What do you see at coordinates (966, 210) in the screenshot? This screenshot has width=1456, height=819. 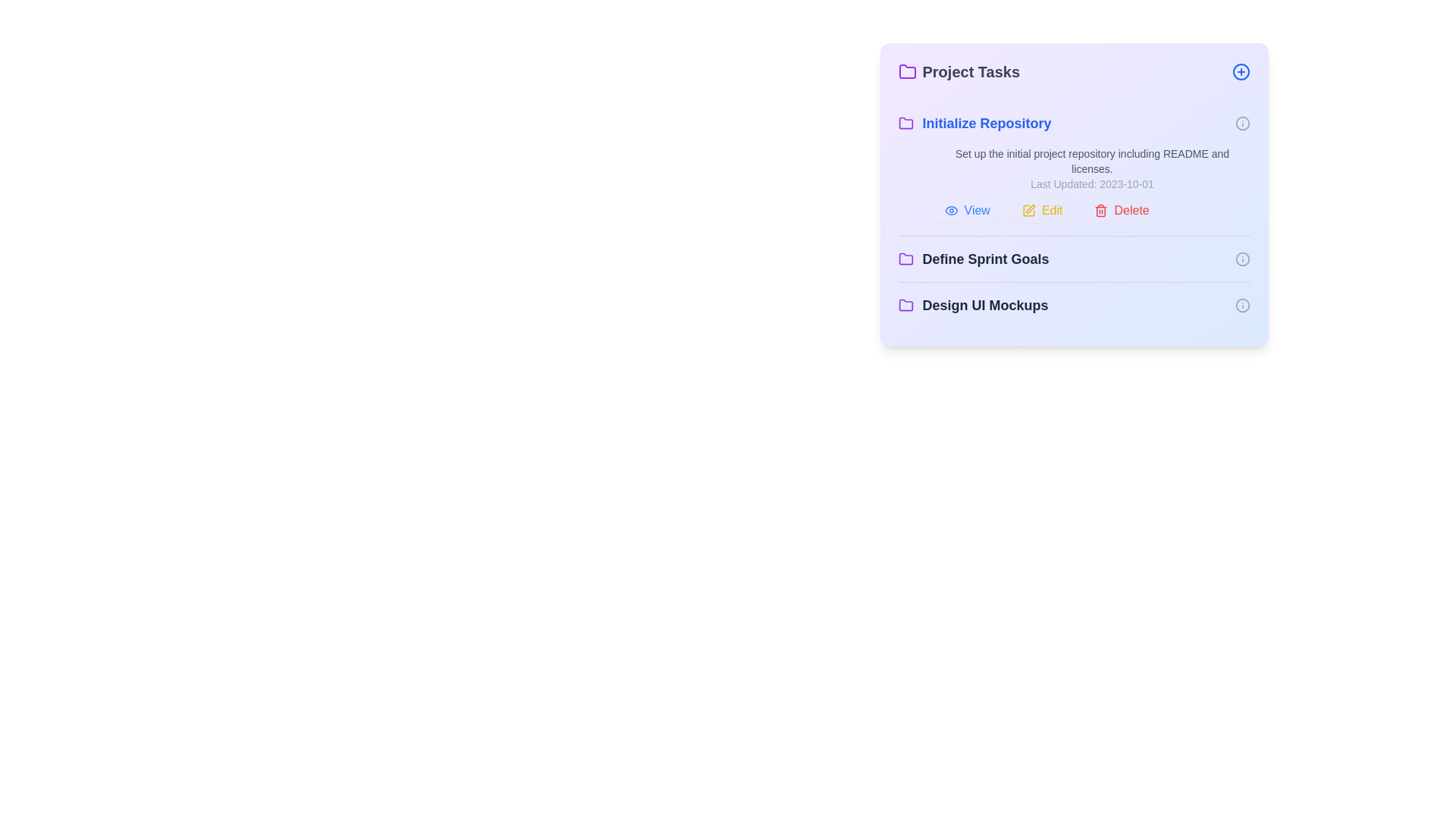 I see `the 'View' button, which is styled in blue with rounded corners and features an adjacent eye icon, located under the 'Initialize Repository' box in the 'Project Tasks' section` at bounding box center [966, 210].